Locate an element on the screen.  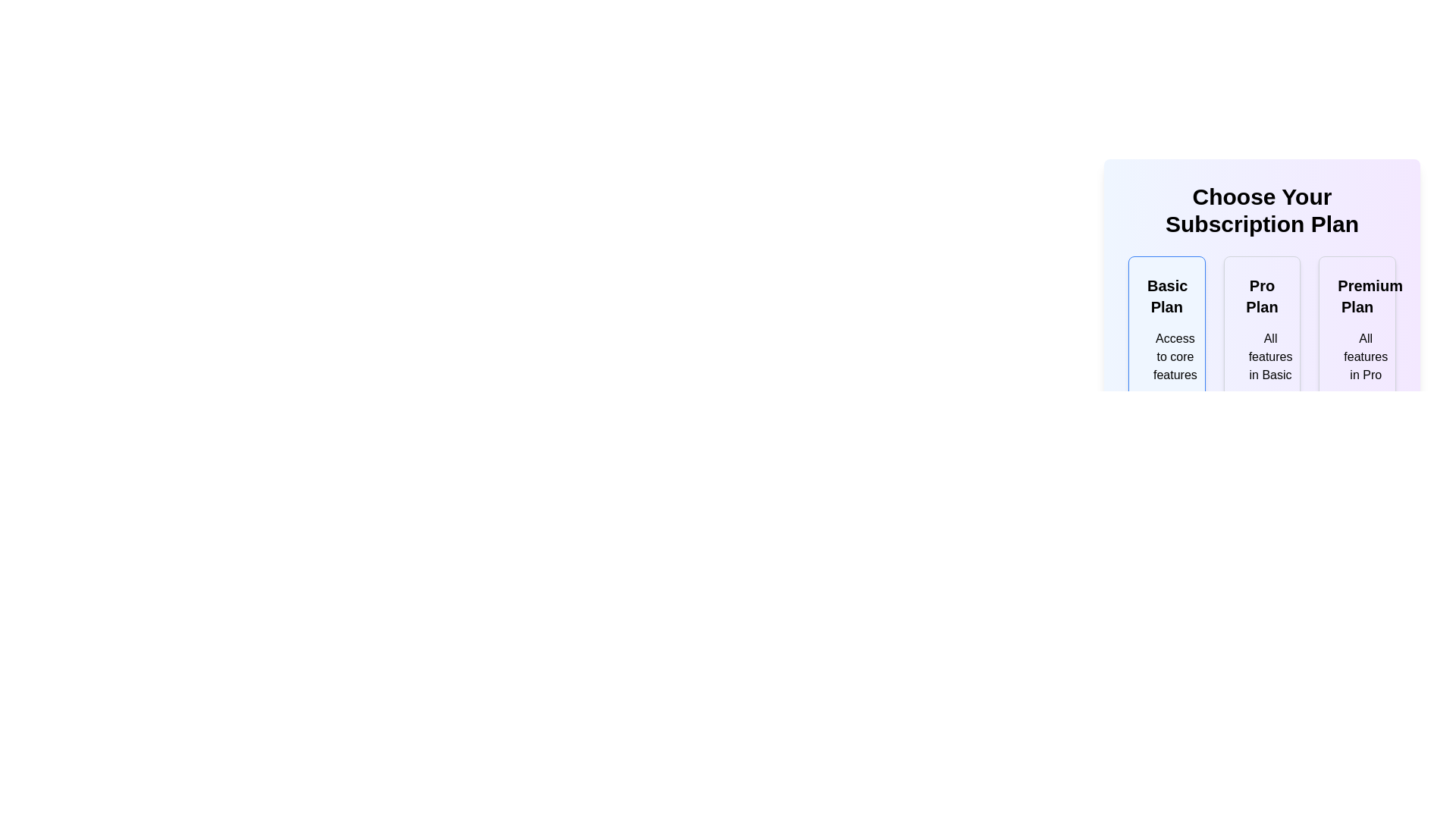
the 'Basic Plan' text label which is bold and large, indicating its importance within the leftmost subscription card is located at coordinates (1166, 296).